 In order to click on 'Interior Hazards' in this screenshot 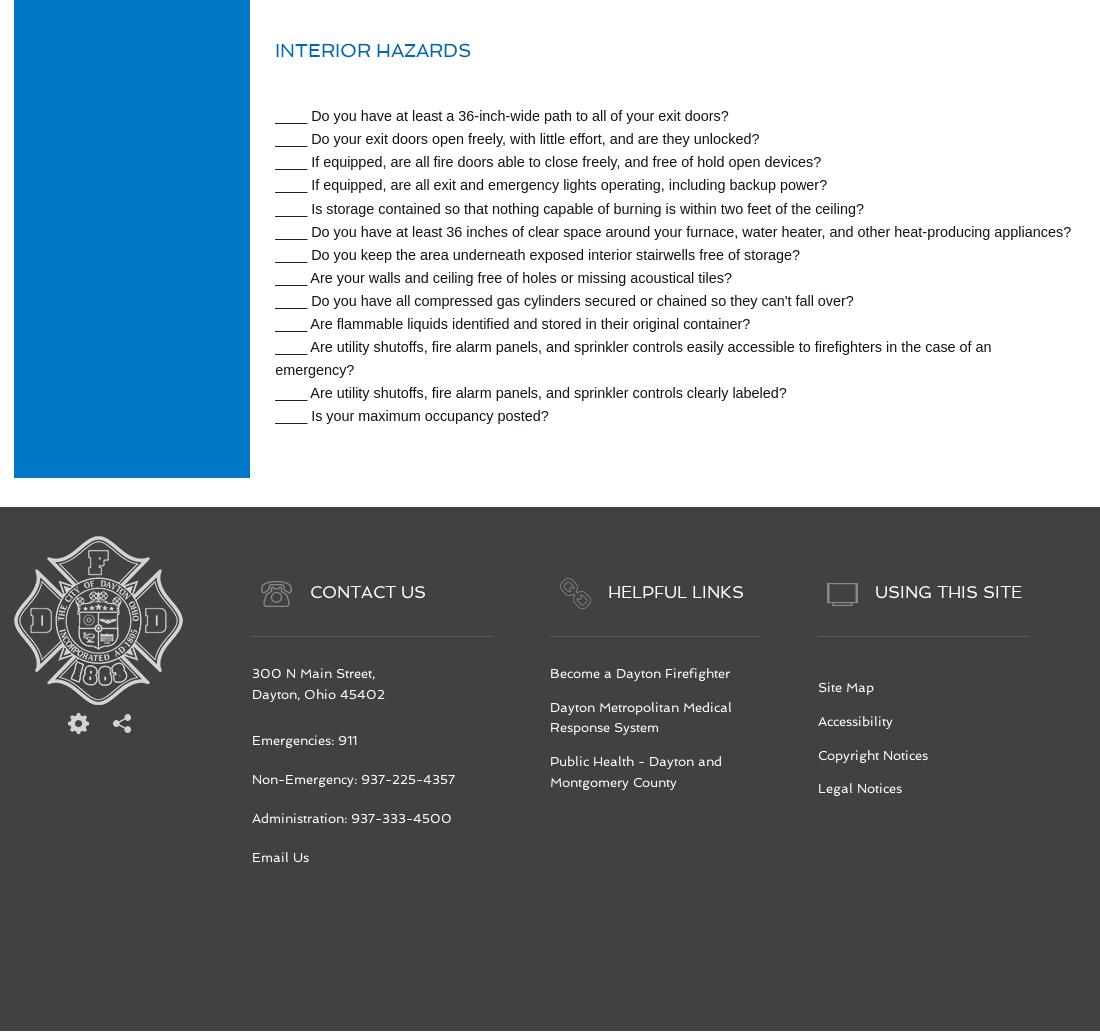, I will do `click(373, 50)`.